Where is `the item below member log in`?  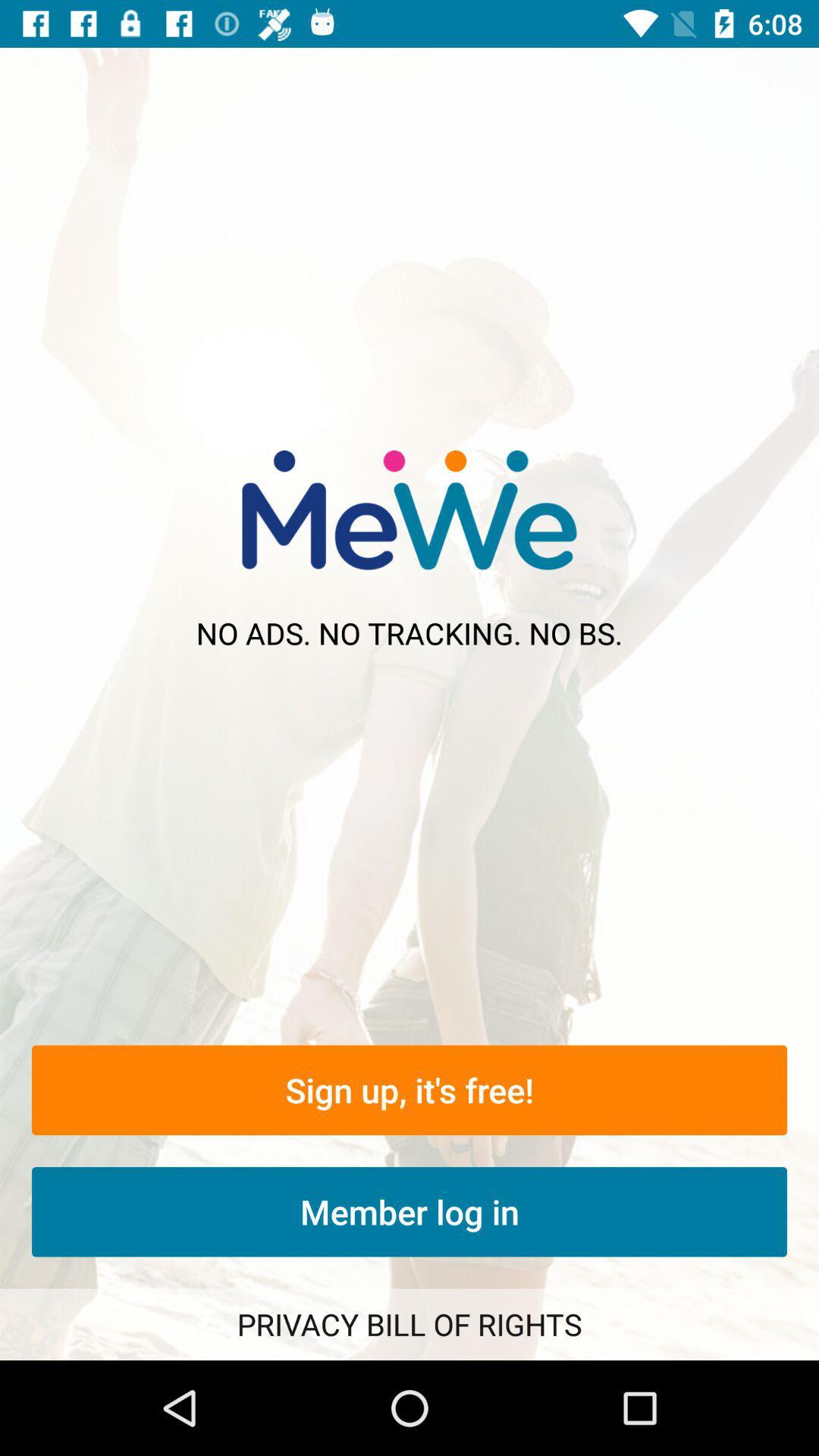 the item below member log in is located at coordinates (409, 1323).